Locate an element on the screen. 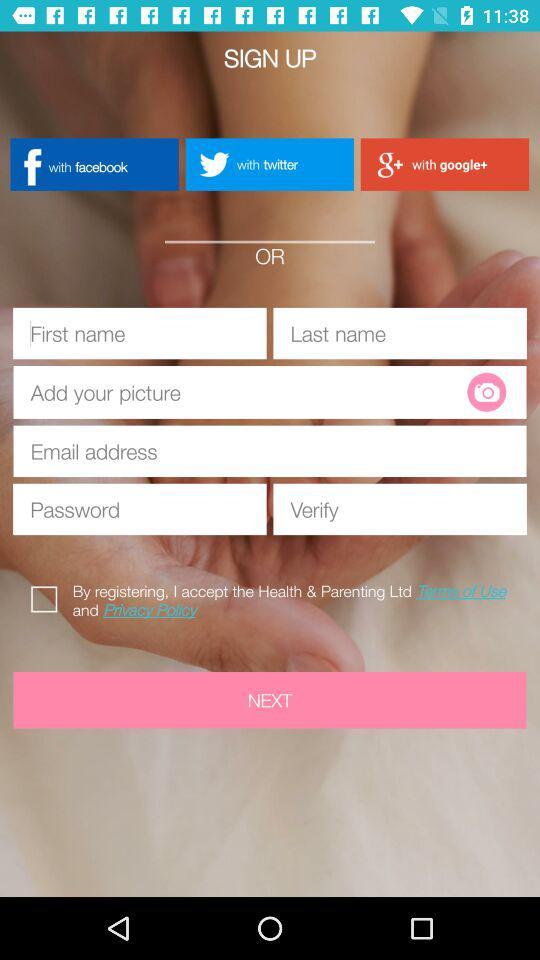  the icon above the next icon is located at coordinates (48, 596).